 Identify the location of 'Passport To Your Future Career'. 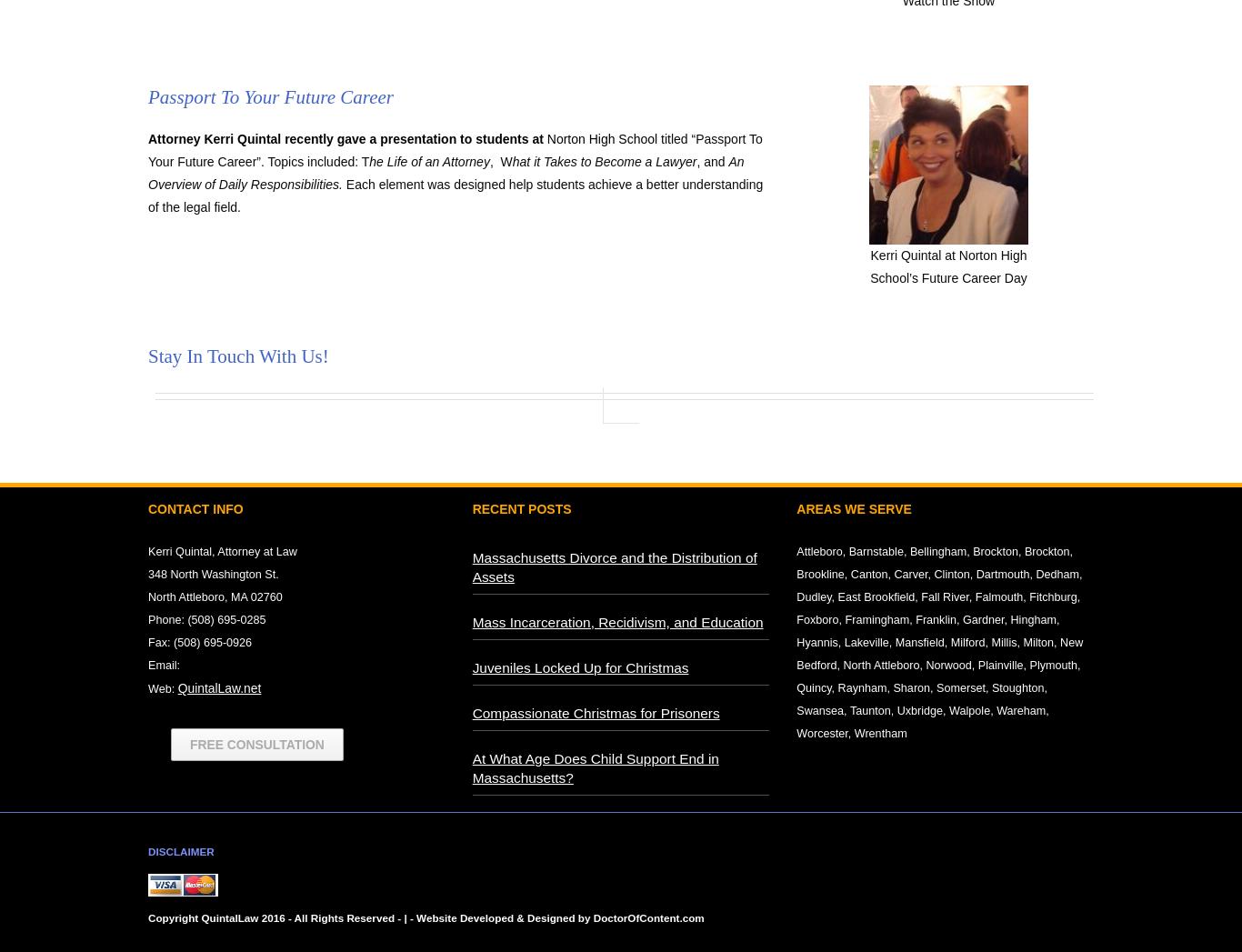
(273, 96).